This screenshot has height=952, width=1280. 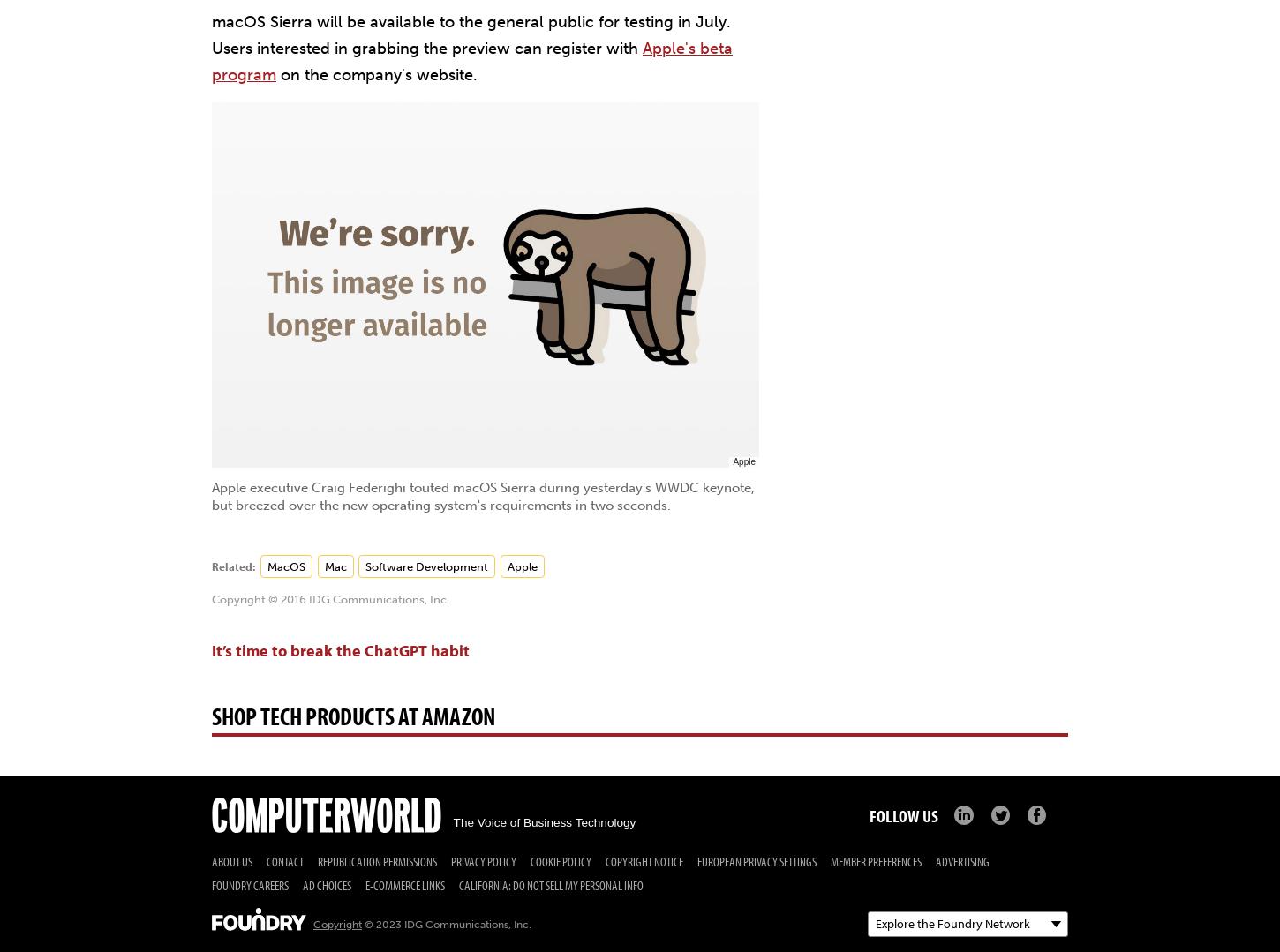 What do you see at coordinates (471, 35) in the screenshot?
I see `'macOS Sierra will be available to the general public for testing in July. Users interested in grabbing the preview can register with'` at bounding box center [471, 35].